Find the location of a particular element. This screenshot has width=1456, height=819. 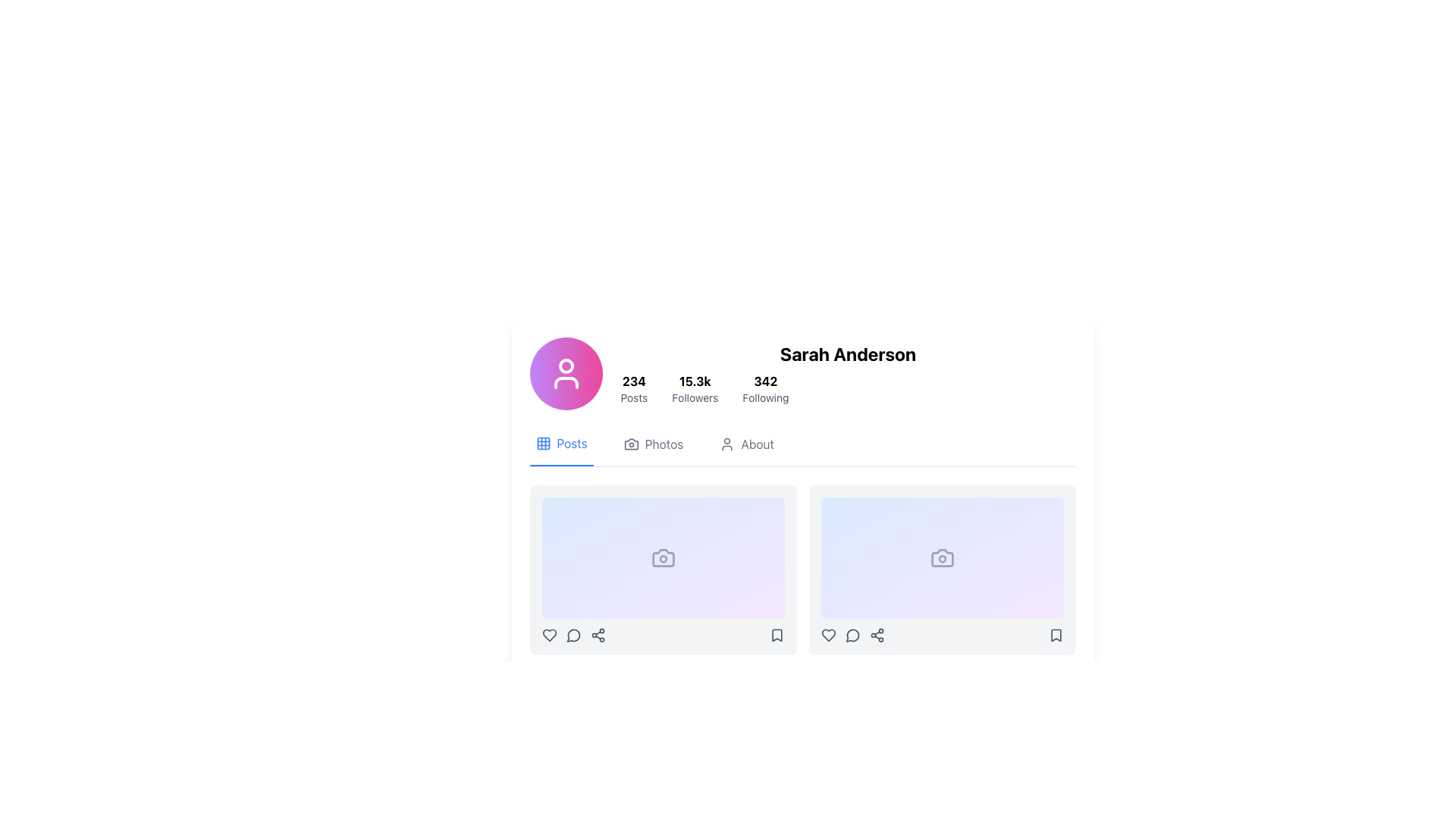

the 'Photos' button in the navigation bar is located at coordinates (654, 450).